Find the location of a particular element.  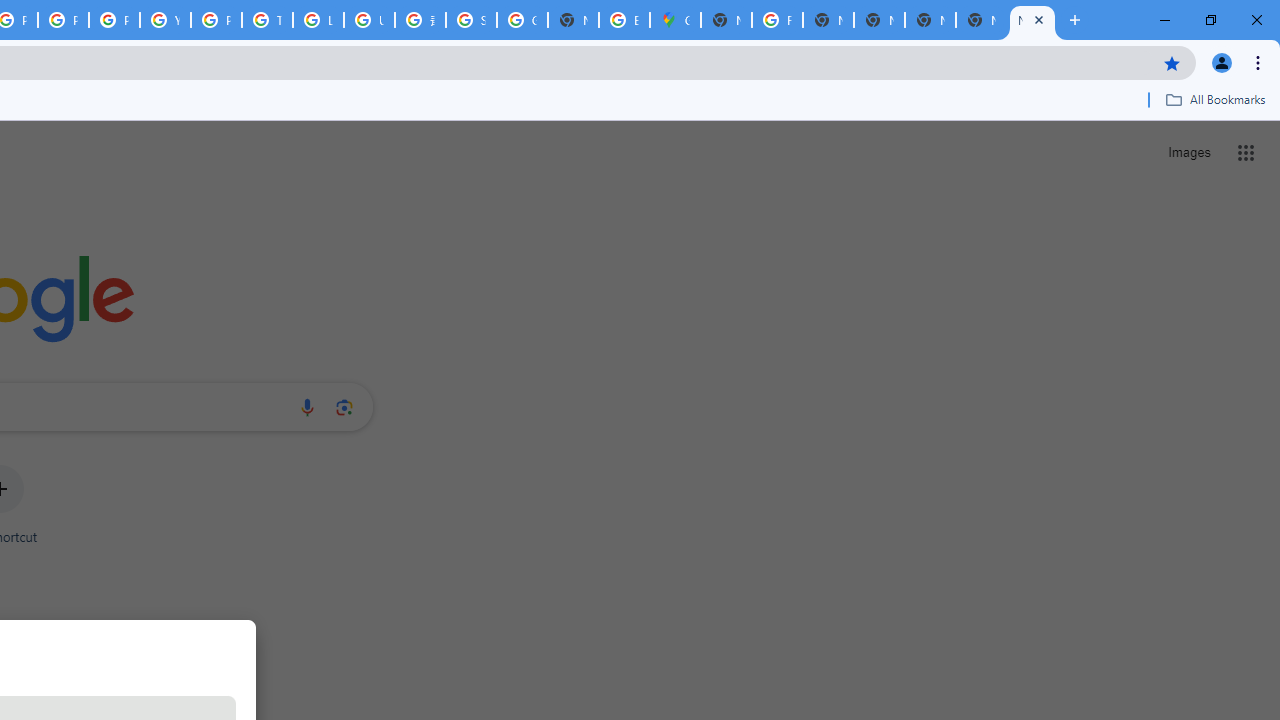

'Sign in - Google Accounts' is located at coordinates (470, 20).